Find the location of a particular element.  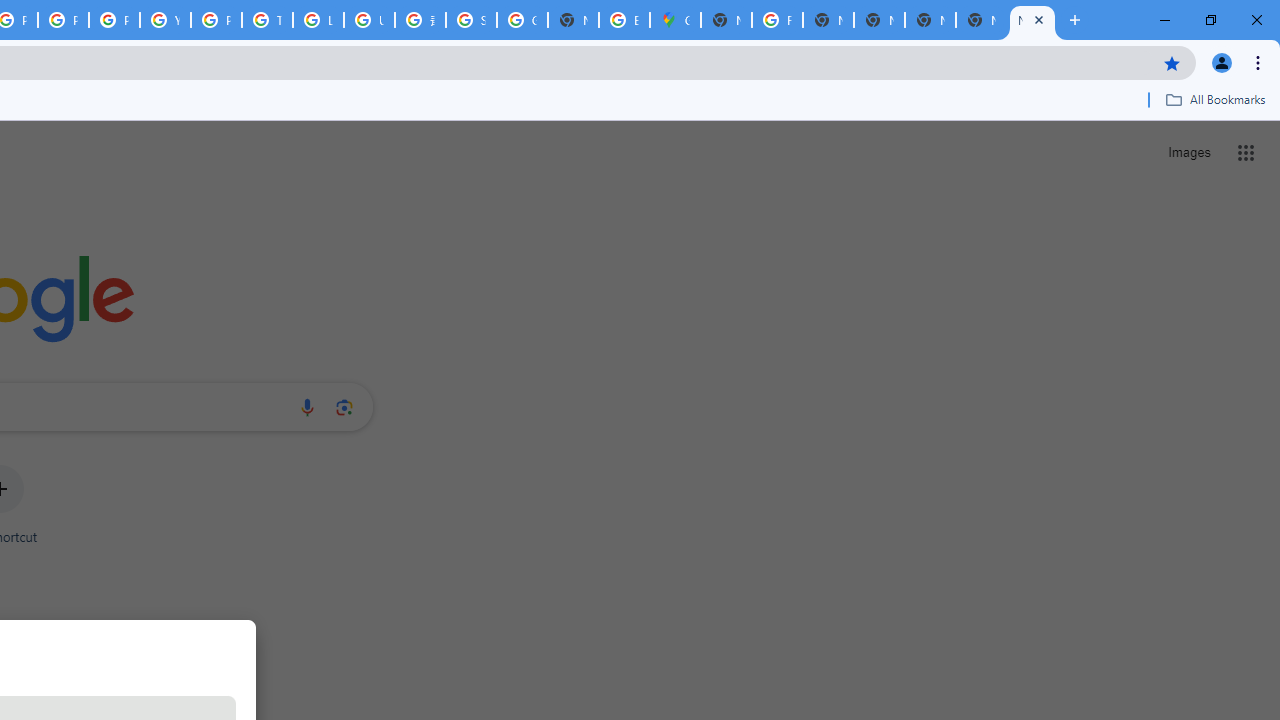

'Sign in - Google Accounts' is located at coordinates (470, 20).